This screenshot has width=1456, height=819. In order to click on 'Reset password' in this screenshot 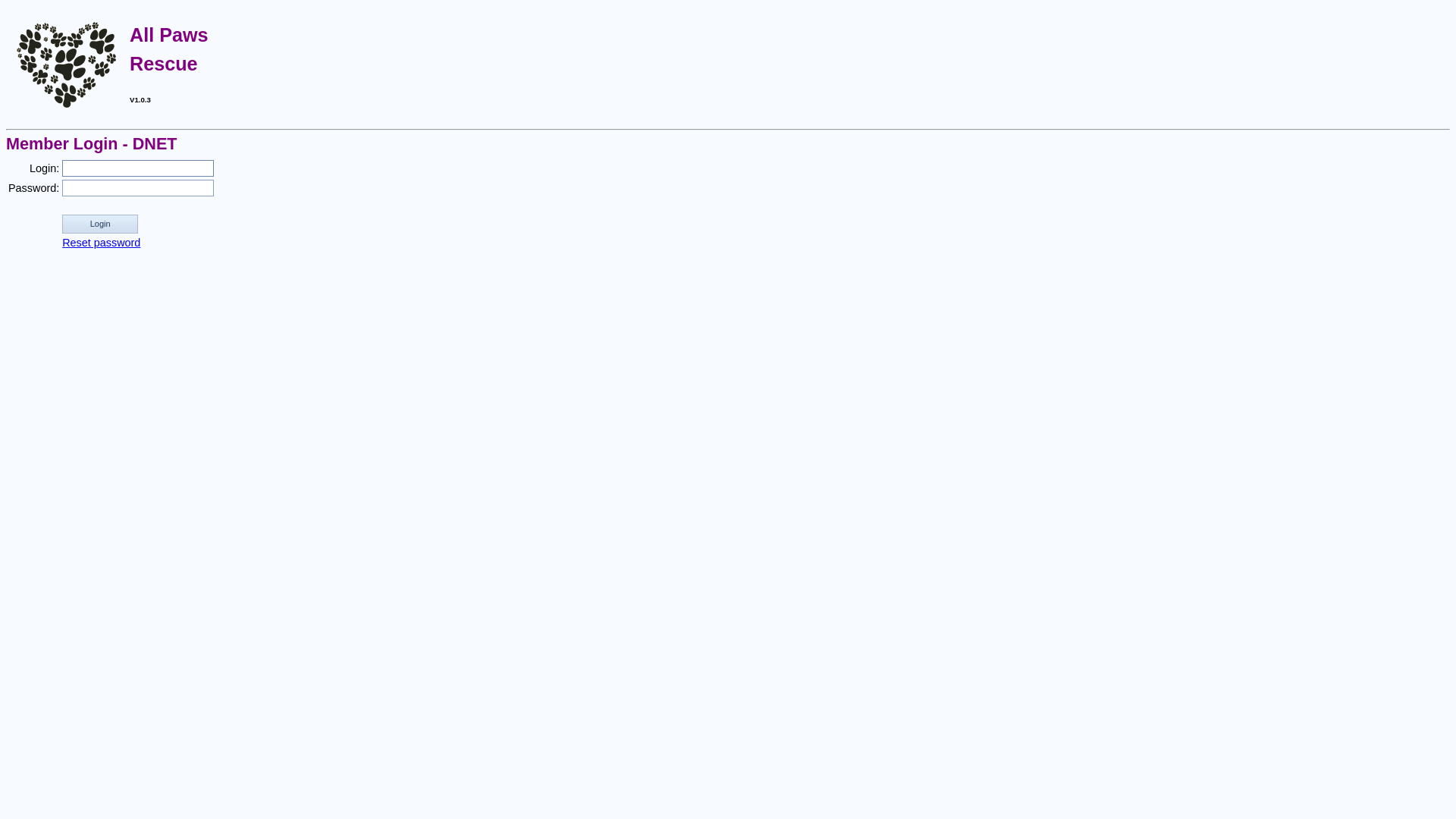, I will do `click(100, 242)`.